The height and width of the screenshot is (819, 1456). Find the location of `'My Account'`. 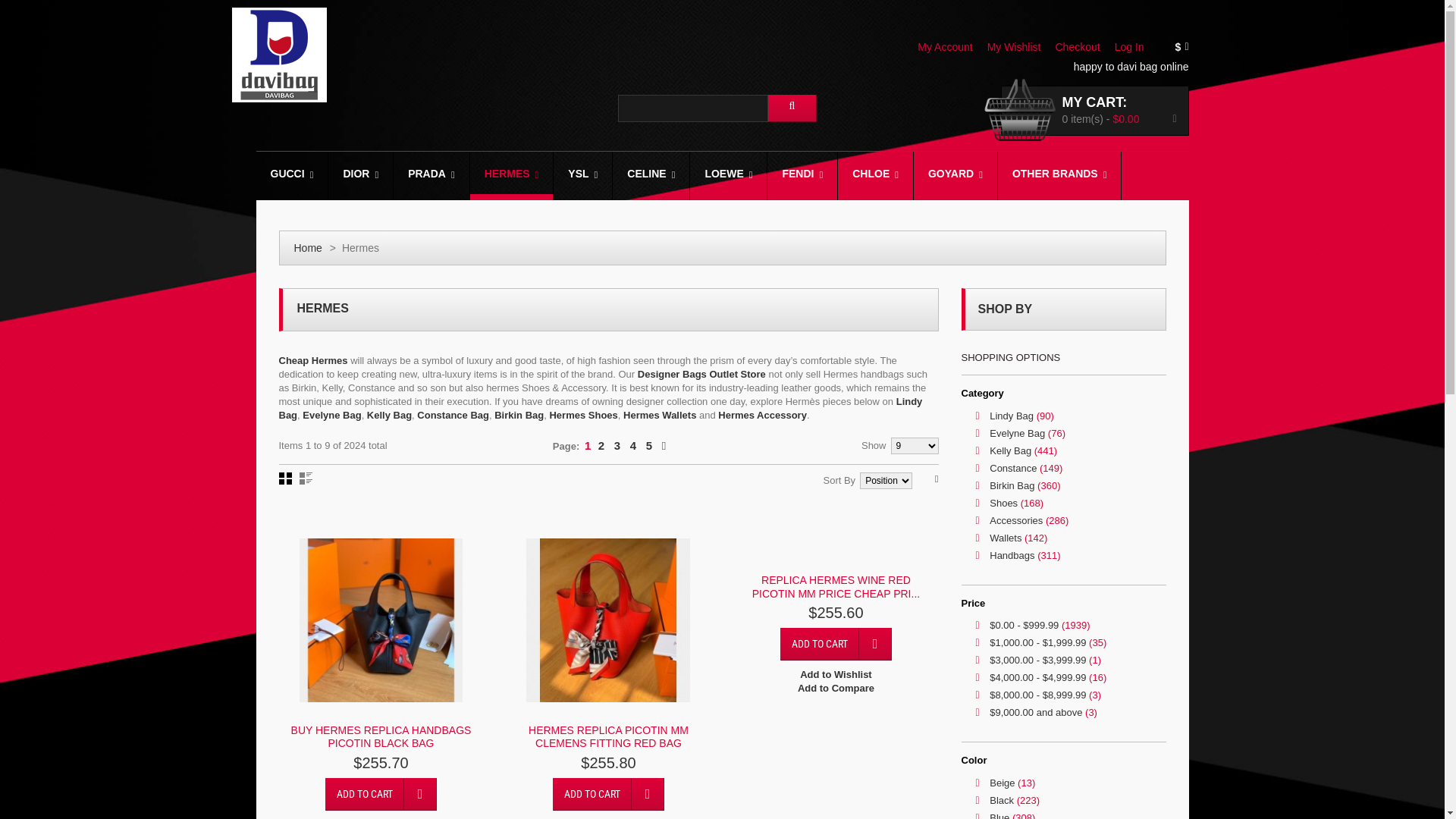

'My Account' is located at coordinates (949, 45).